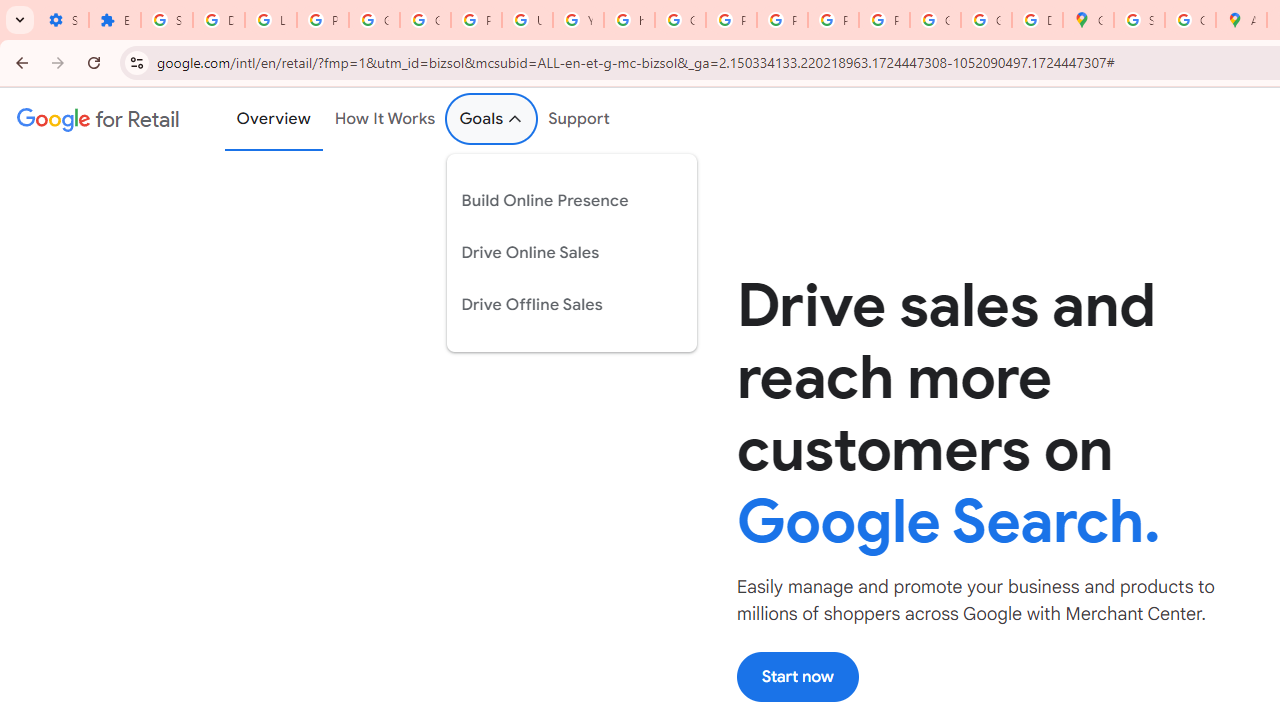  I want to click on 'Support', so click(578, 119).